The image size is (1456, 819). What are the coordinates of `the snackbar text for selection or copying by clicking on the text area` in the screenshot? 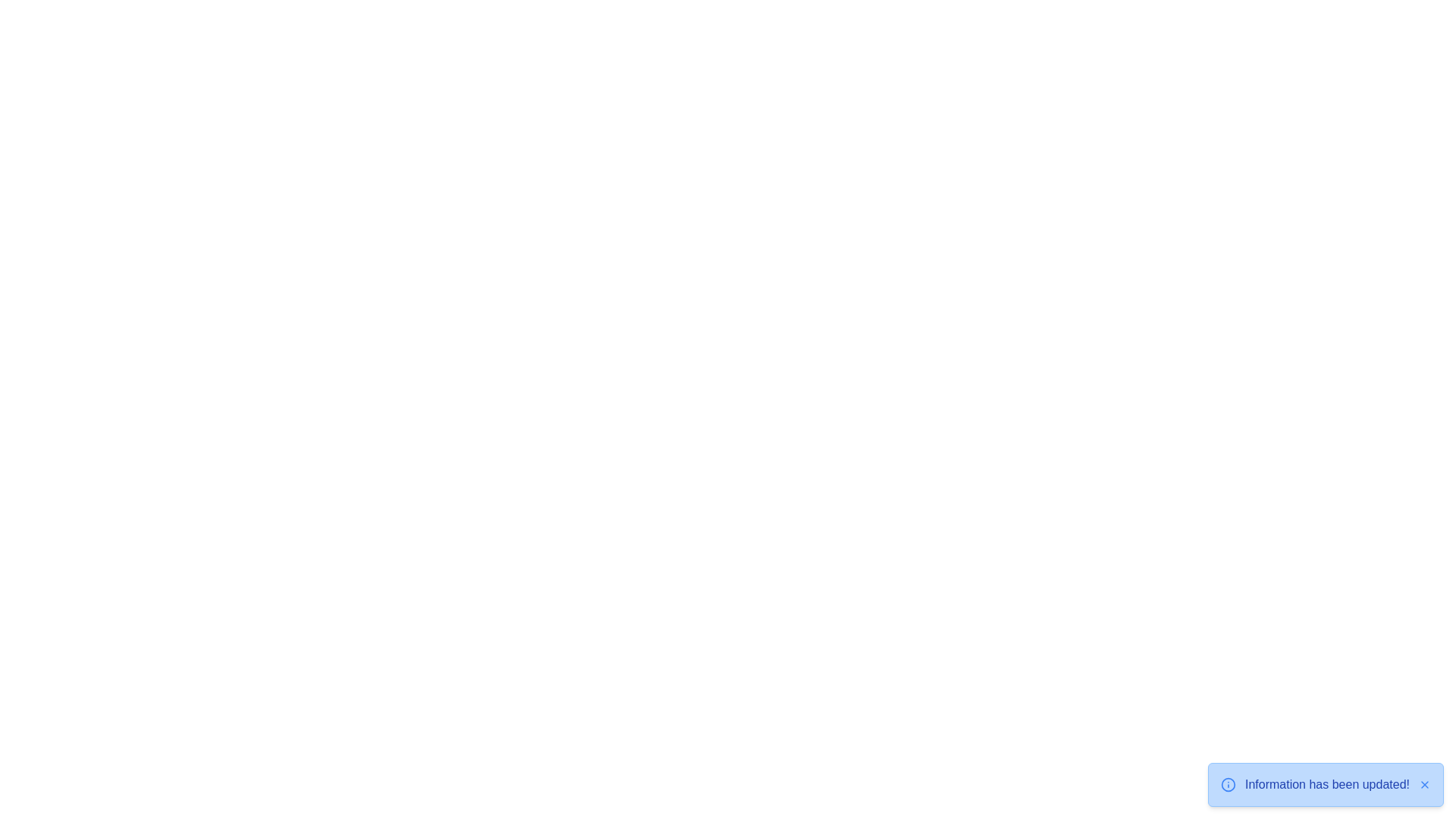 It's located at (1326, 784).